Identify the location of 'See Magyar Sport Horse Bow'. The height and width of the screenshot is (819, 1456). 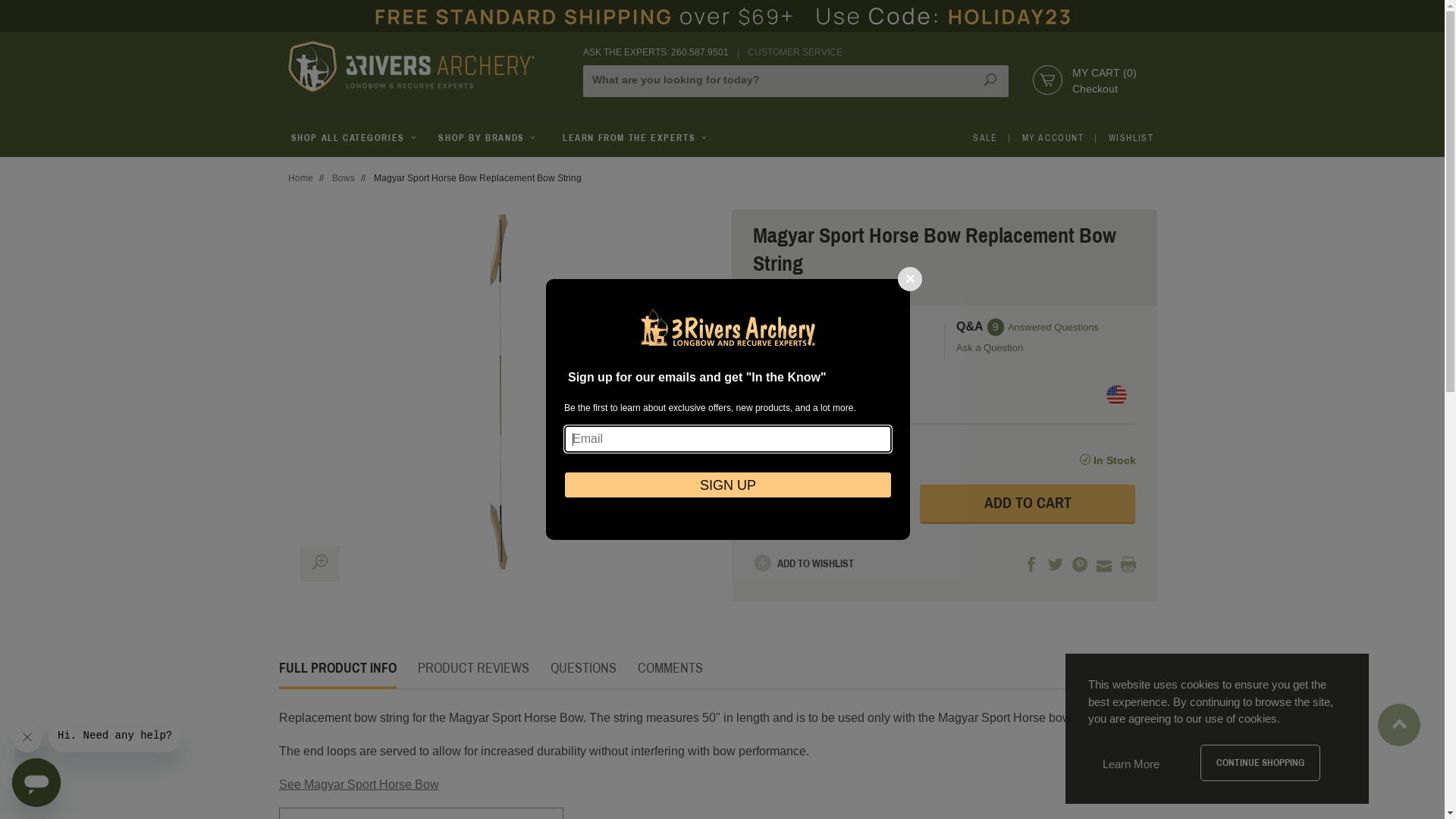
(358, 784).